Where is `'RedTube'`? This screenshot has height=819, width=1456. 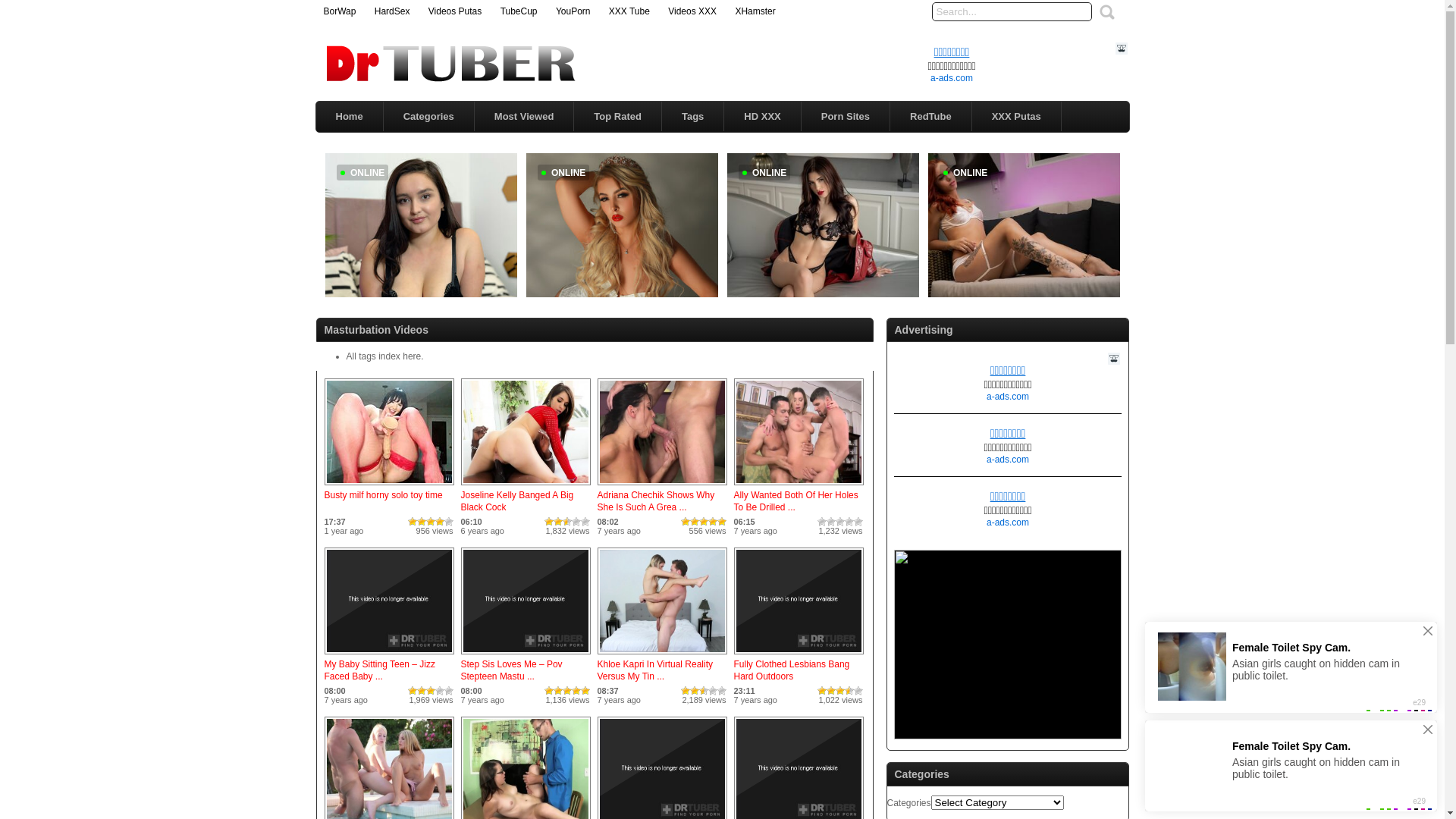 'RedTube' is located at coordinates (890, 115).